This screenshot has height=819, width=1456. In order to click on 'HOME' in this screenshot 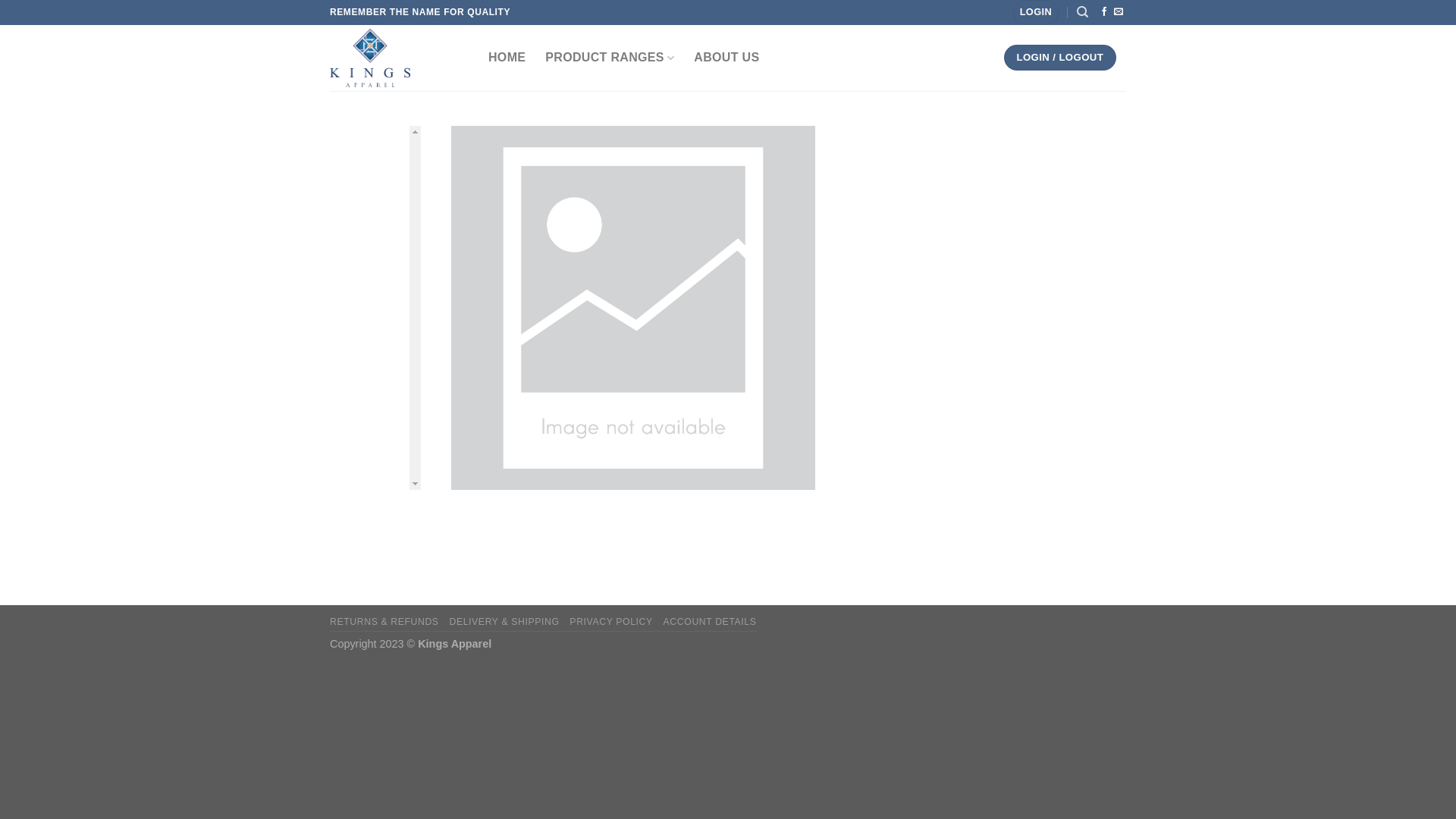, I will do `click(507, 57)`.